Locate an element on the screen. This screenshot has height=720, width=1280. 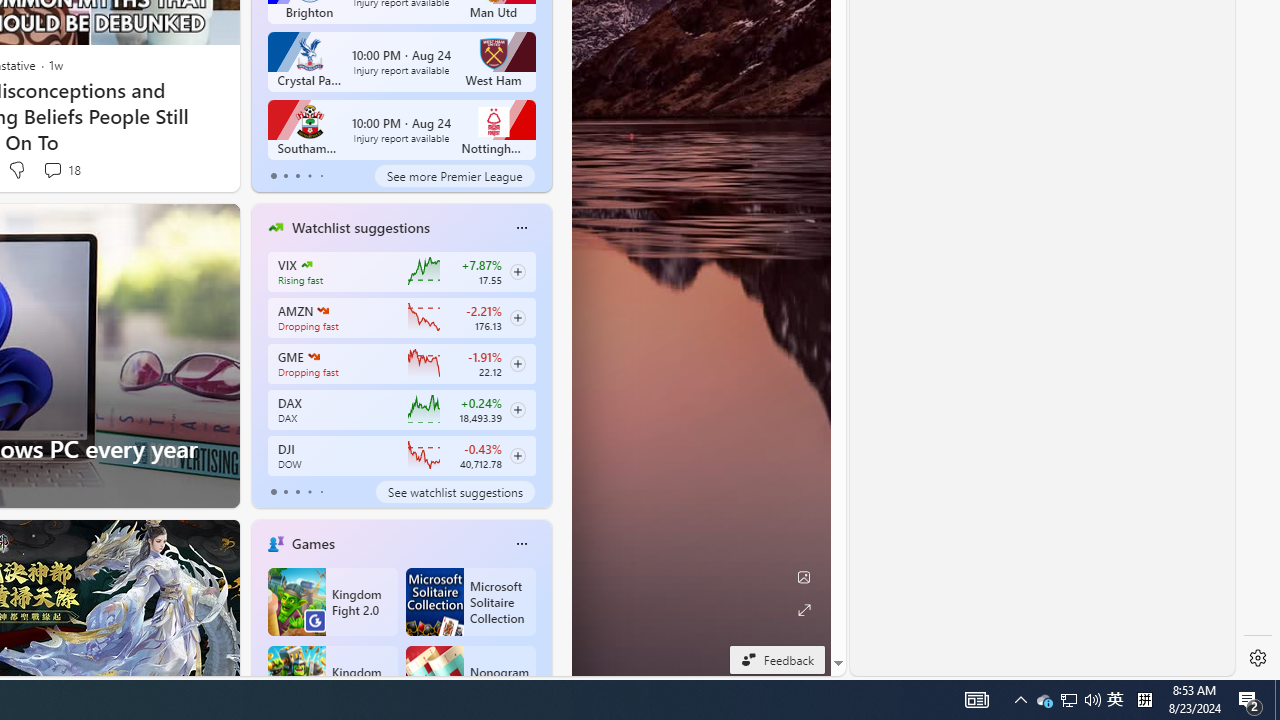
'tab-1' is located at coordinates (284, 492).